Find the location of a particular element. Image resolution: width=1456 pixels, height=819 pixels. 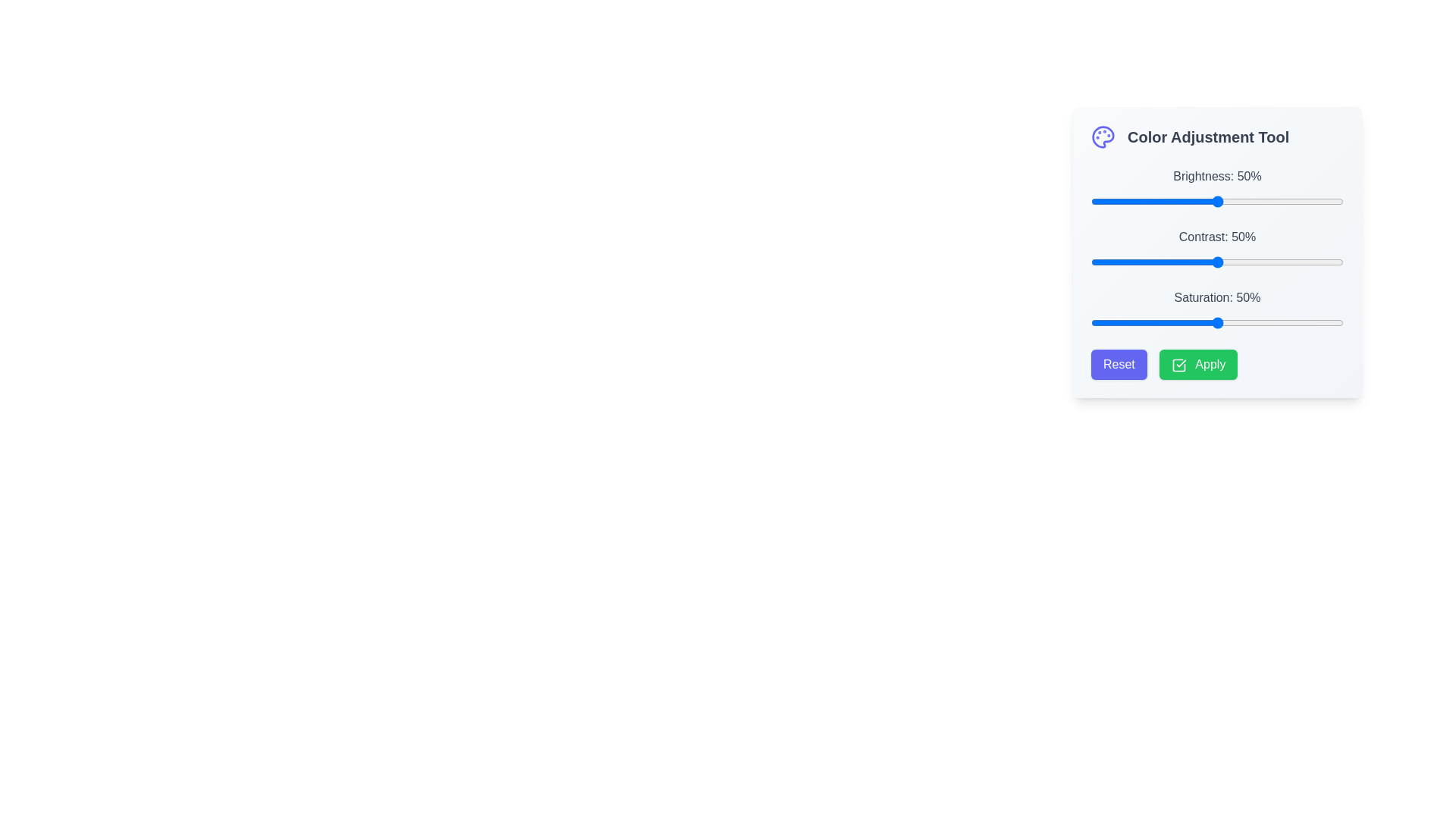

saturation is located at coordinates (1149, 322).